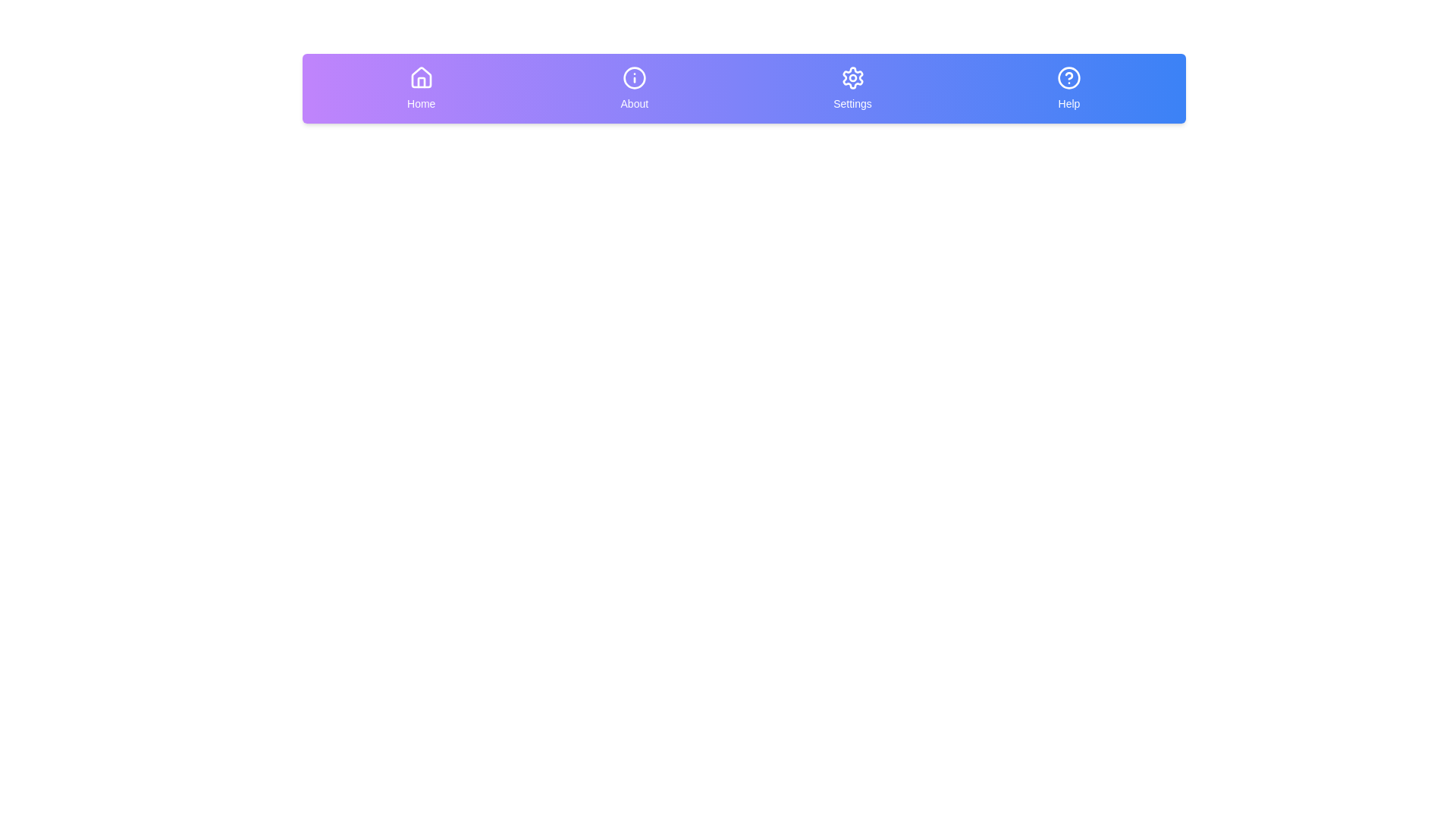  What do you see at coordinates (421, 88) in the screenshot?
I see `the 'Home' button in the navigation bar, which features a house icon and a white label on a light purple background` at bounding box center [421, 88].